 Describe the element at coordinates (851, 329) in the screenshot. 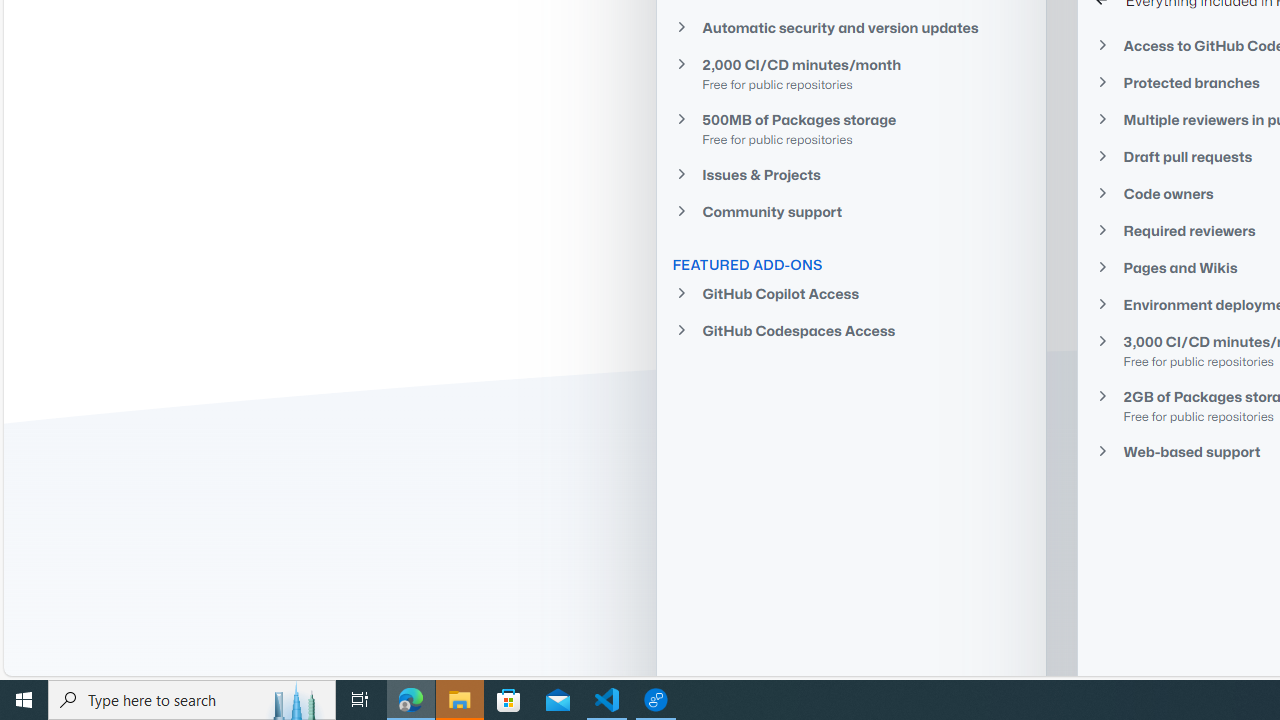

I see `'GitHub Codespaces Access'` at that location.